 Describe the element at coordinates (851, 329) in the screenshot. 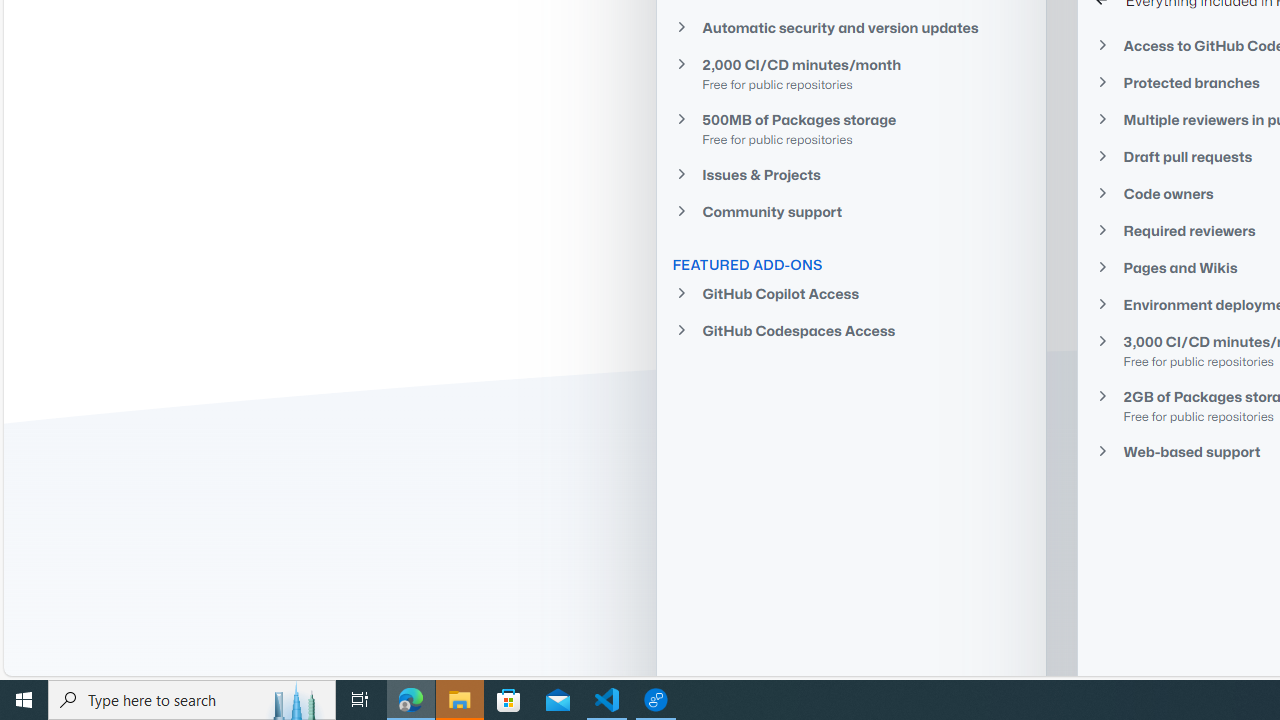

I see `'GitHub Codespaces Access'` at that location.